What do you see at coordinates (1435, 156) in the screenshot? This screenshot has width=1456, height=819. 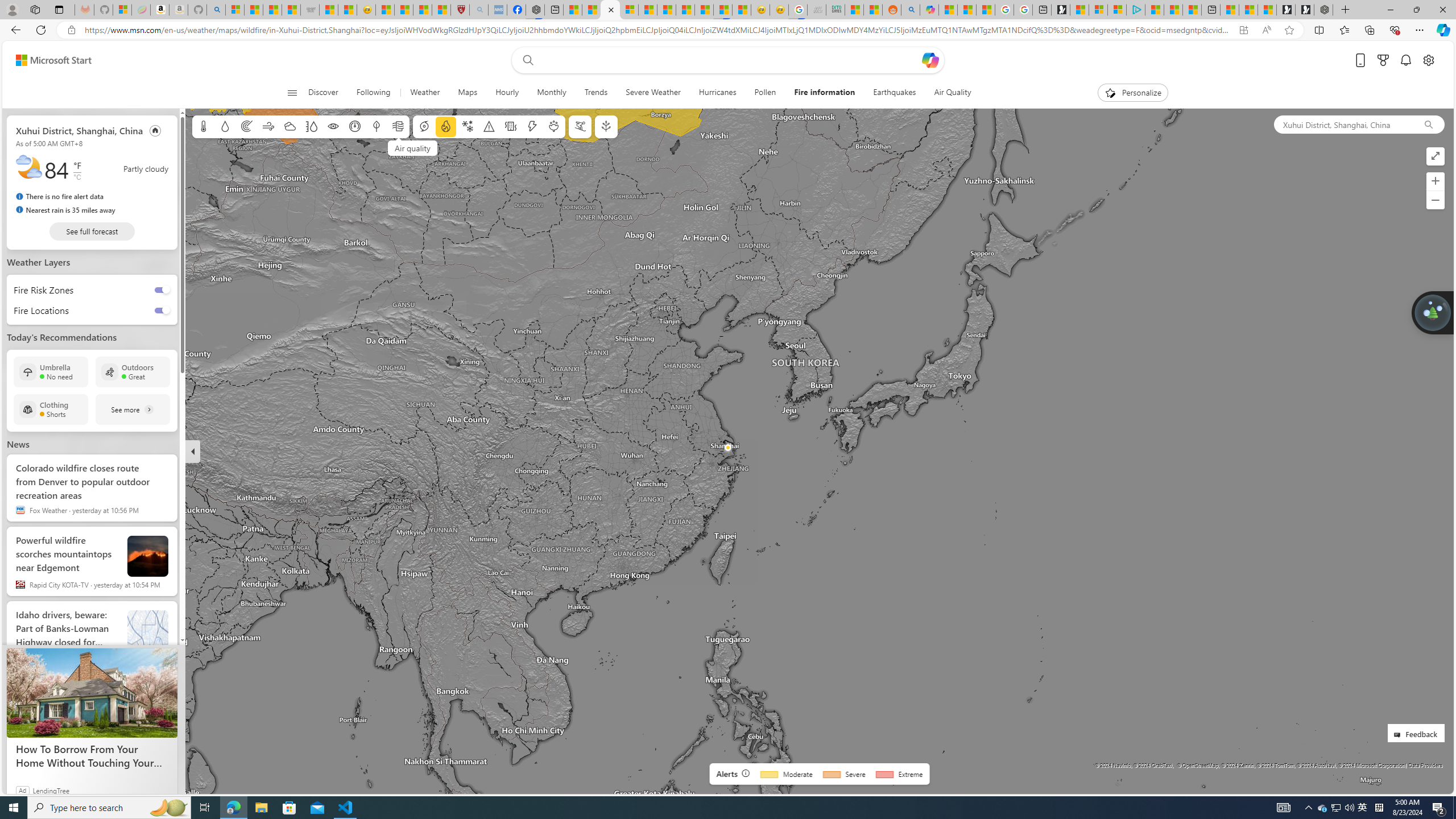 I see `'Enter full screen mode'` at bounding box center [1435, 156].